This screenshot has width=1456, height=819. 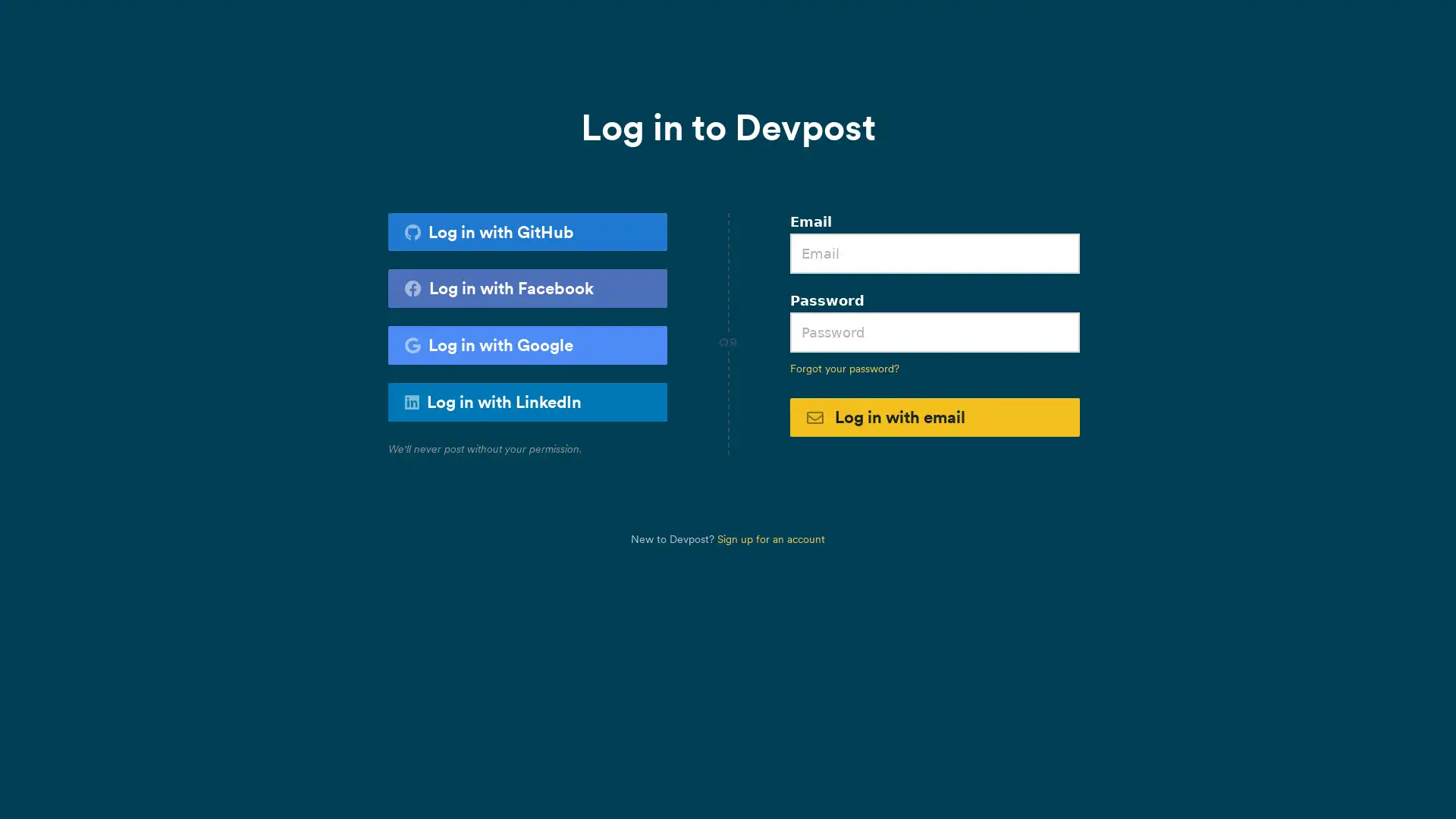 I want to click on Log in with email, so click(x=934, y=417).